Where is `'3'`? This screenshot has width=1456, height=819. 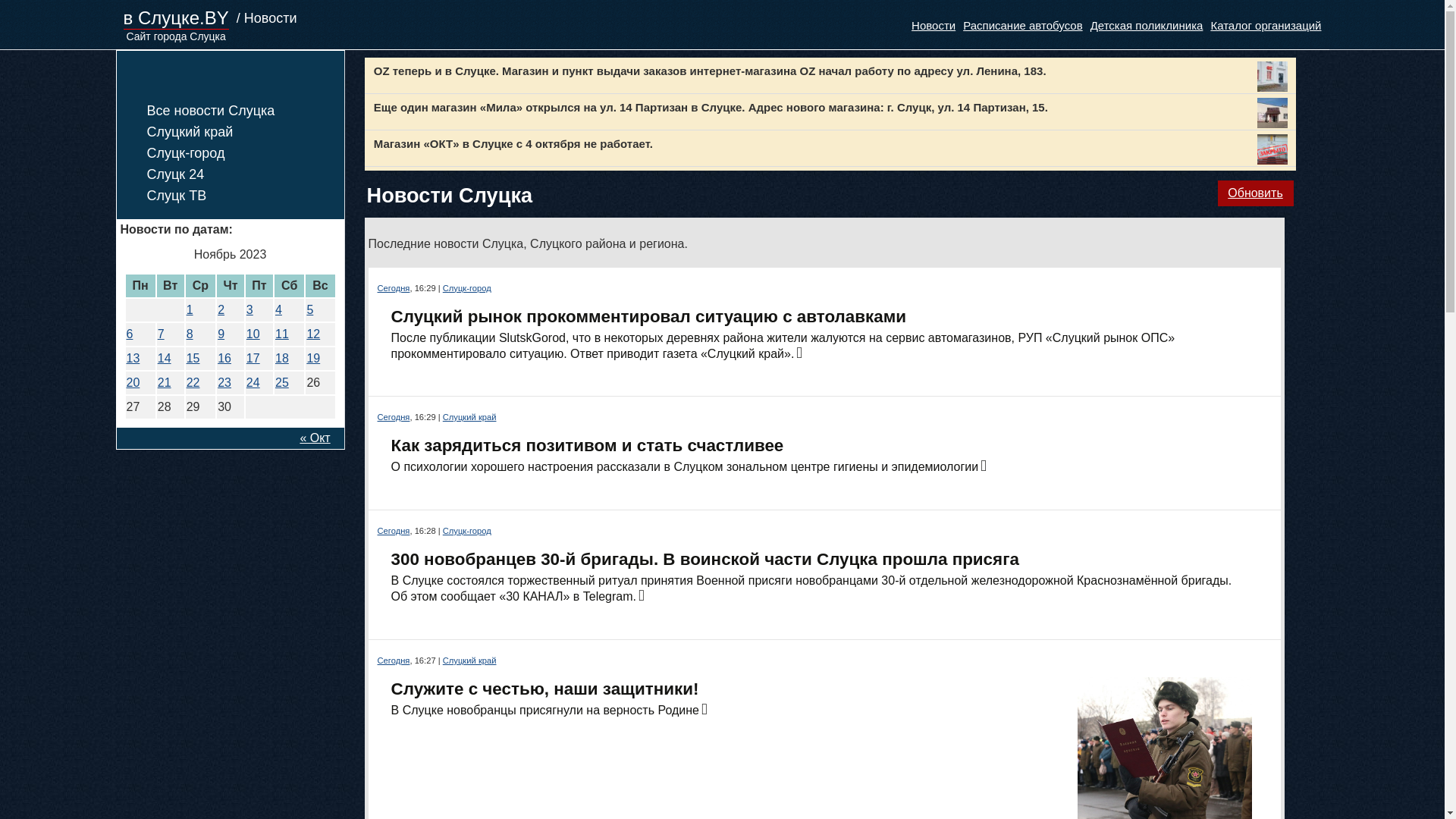
'3' is located at coordinates (249, 309).